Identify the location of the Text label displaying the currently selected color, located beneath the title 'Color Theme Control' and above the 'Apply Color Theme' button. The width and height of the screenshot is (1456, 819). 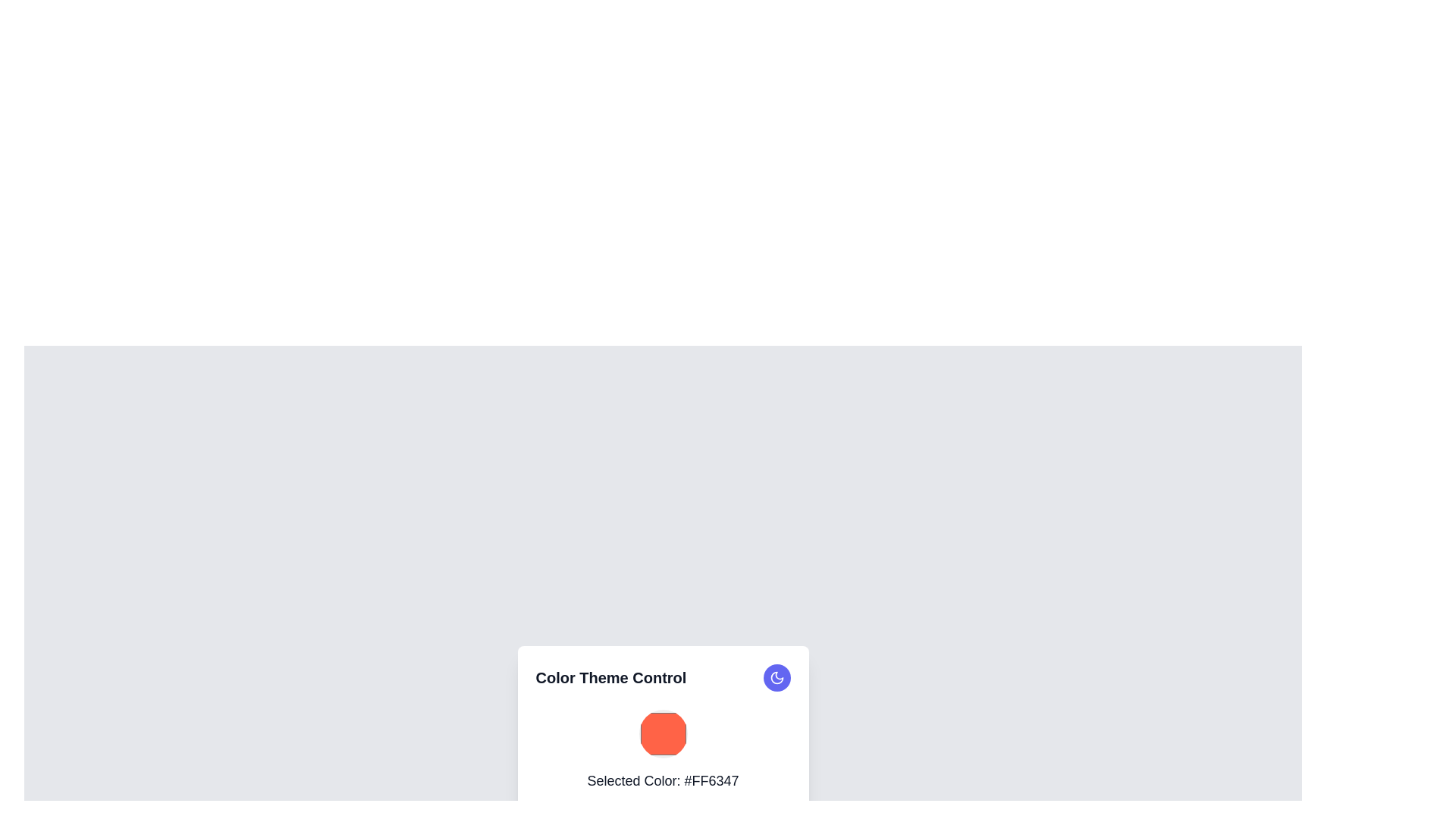
(663, 751).